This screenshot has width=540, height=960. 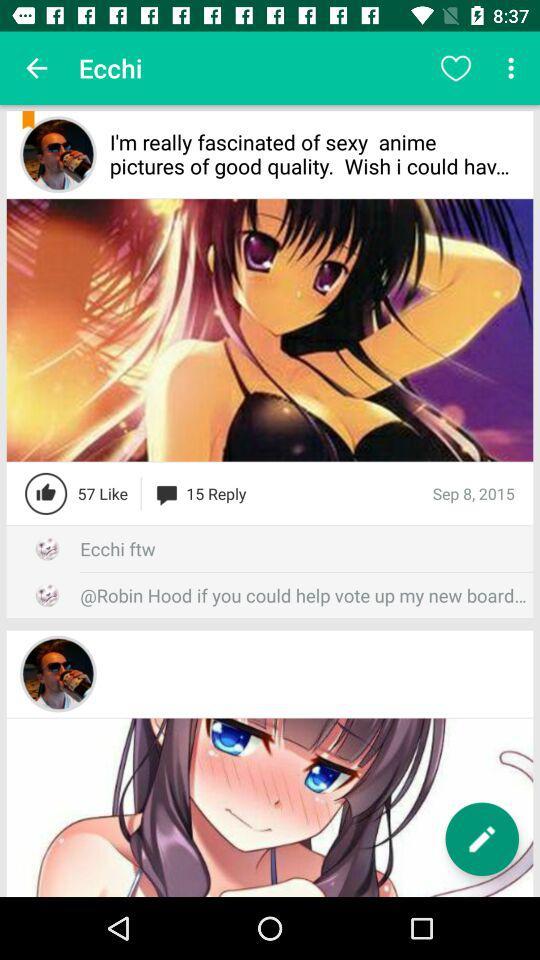 What do you see at coordinates (455, 68) in the screenshot?
I see `app next to the ecchi  app` at bounding box center [455, 68].